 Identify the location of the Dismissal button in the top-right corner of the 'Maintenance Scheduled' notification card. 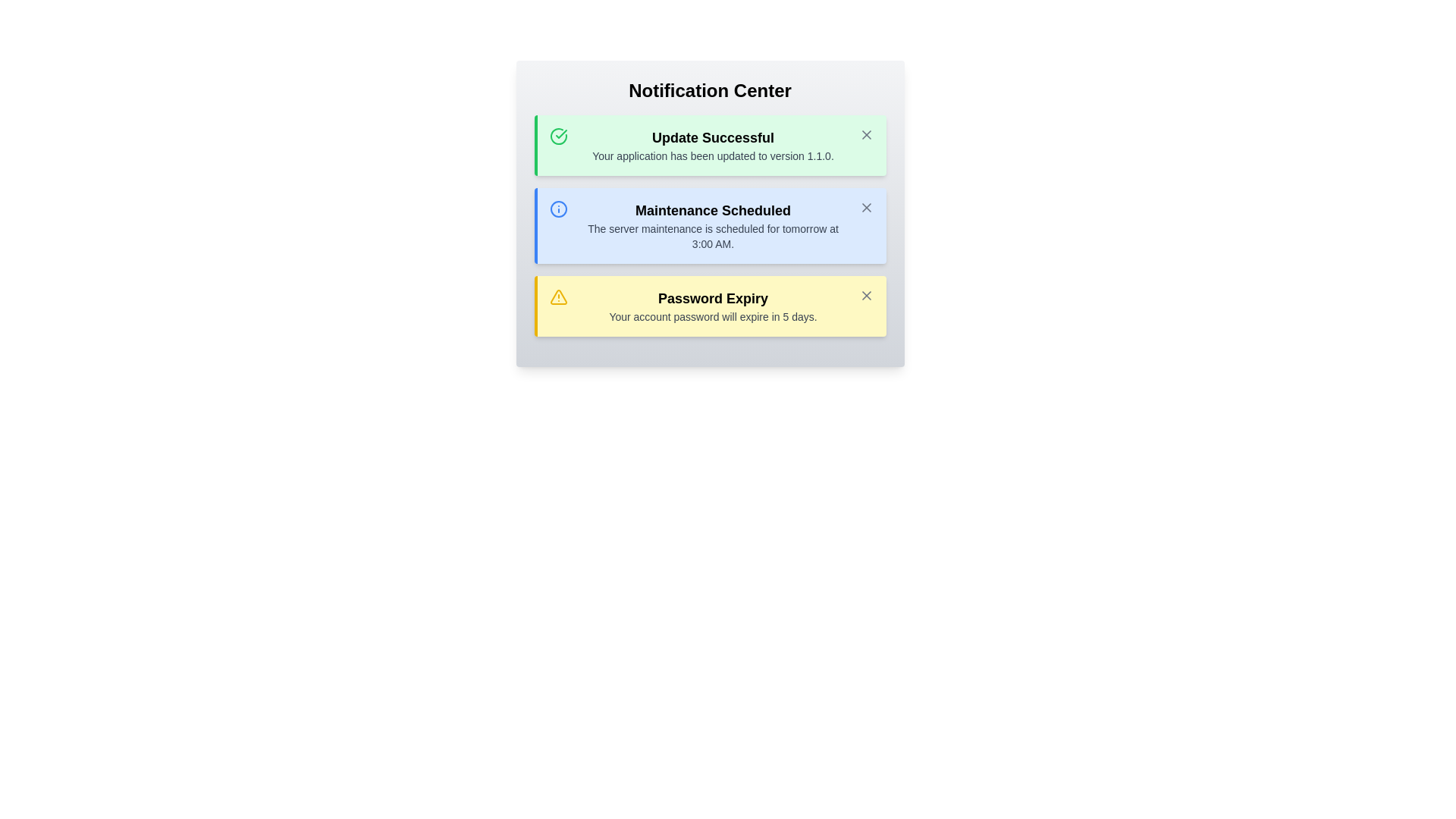
(866, 207).